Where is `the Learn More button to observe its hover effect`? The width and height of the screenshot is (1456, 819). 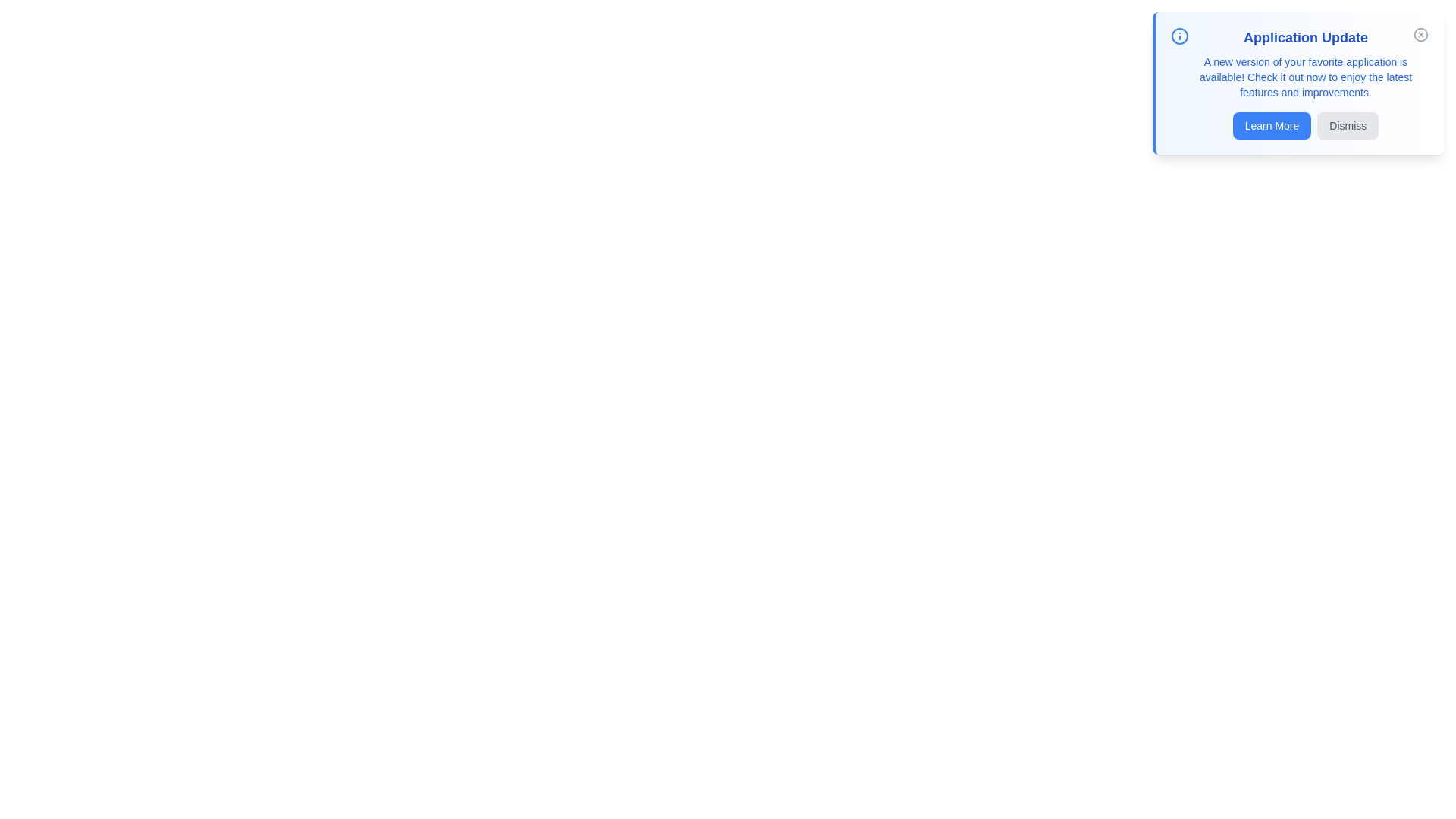 the Learn More button to observe its hover effect is located at coordinates (1272, 124).